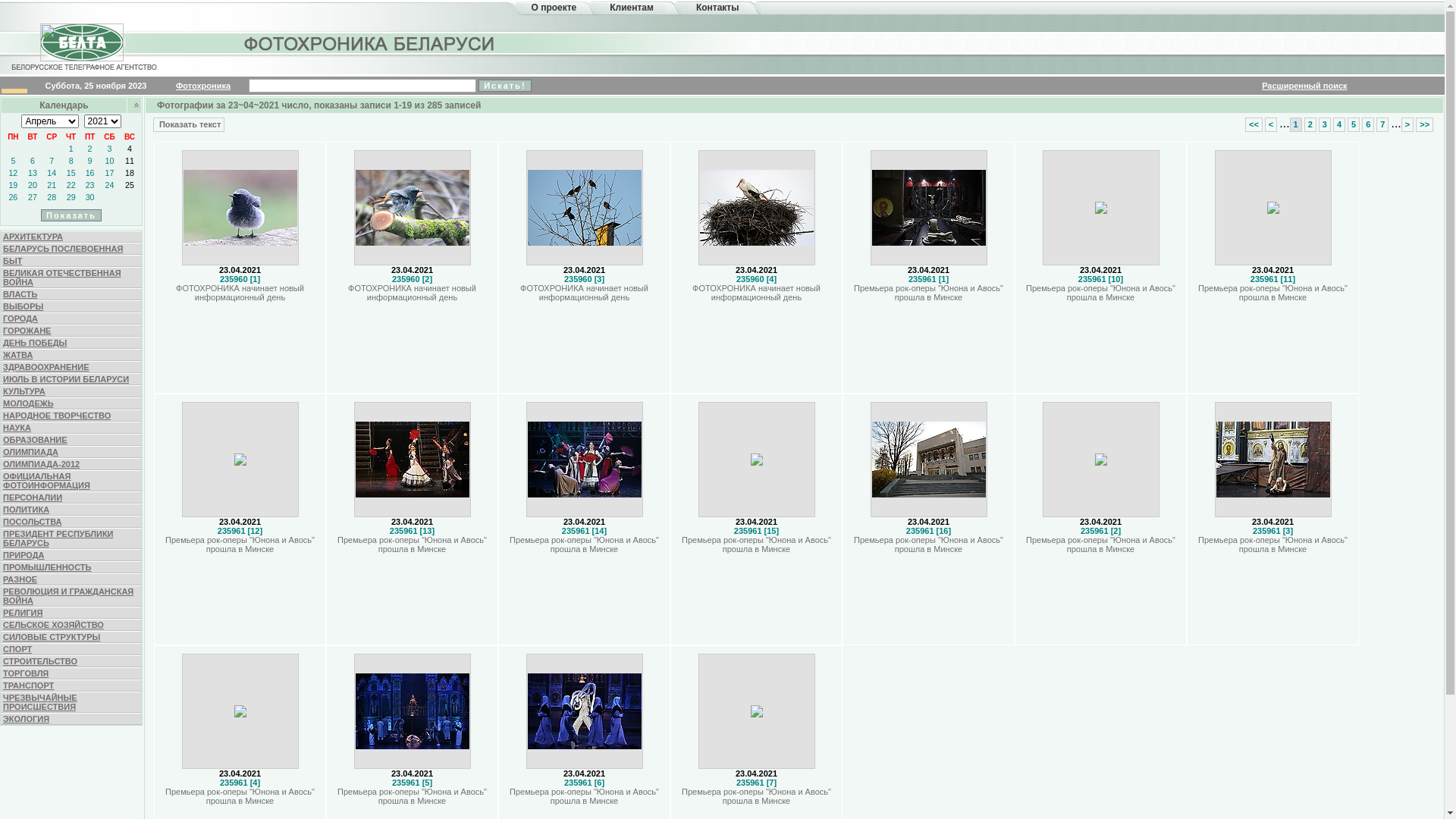 The height and width of the screenshot is (819, 1456). I want to click on '3', so click(108, 149).